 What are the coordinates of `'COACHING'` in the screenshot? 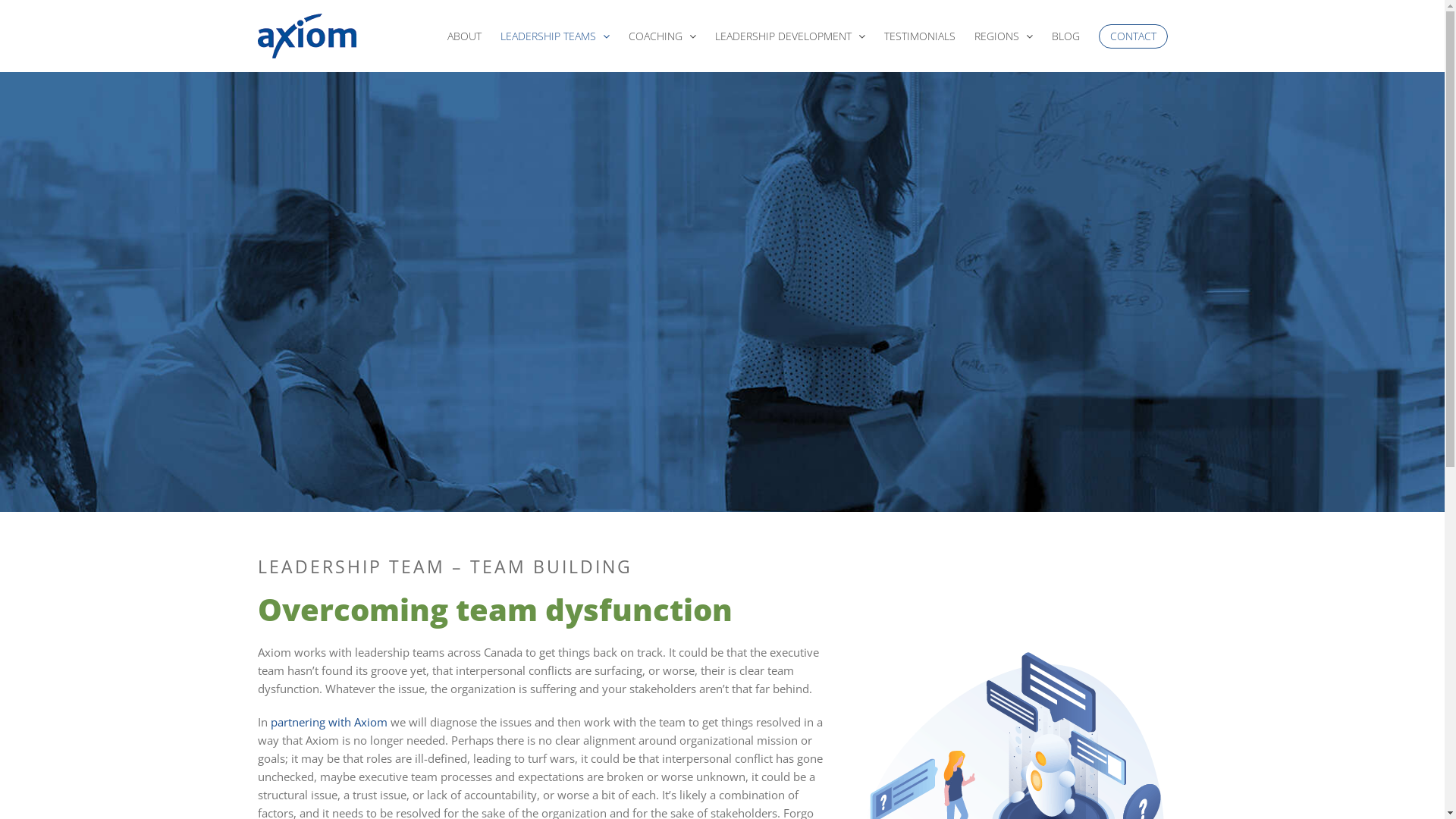 It's located at (629, 35).